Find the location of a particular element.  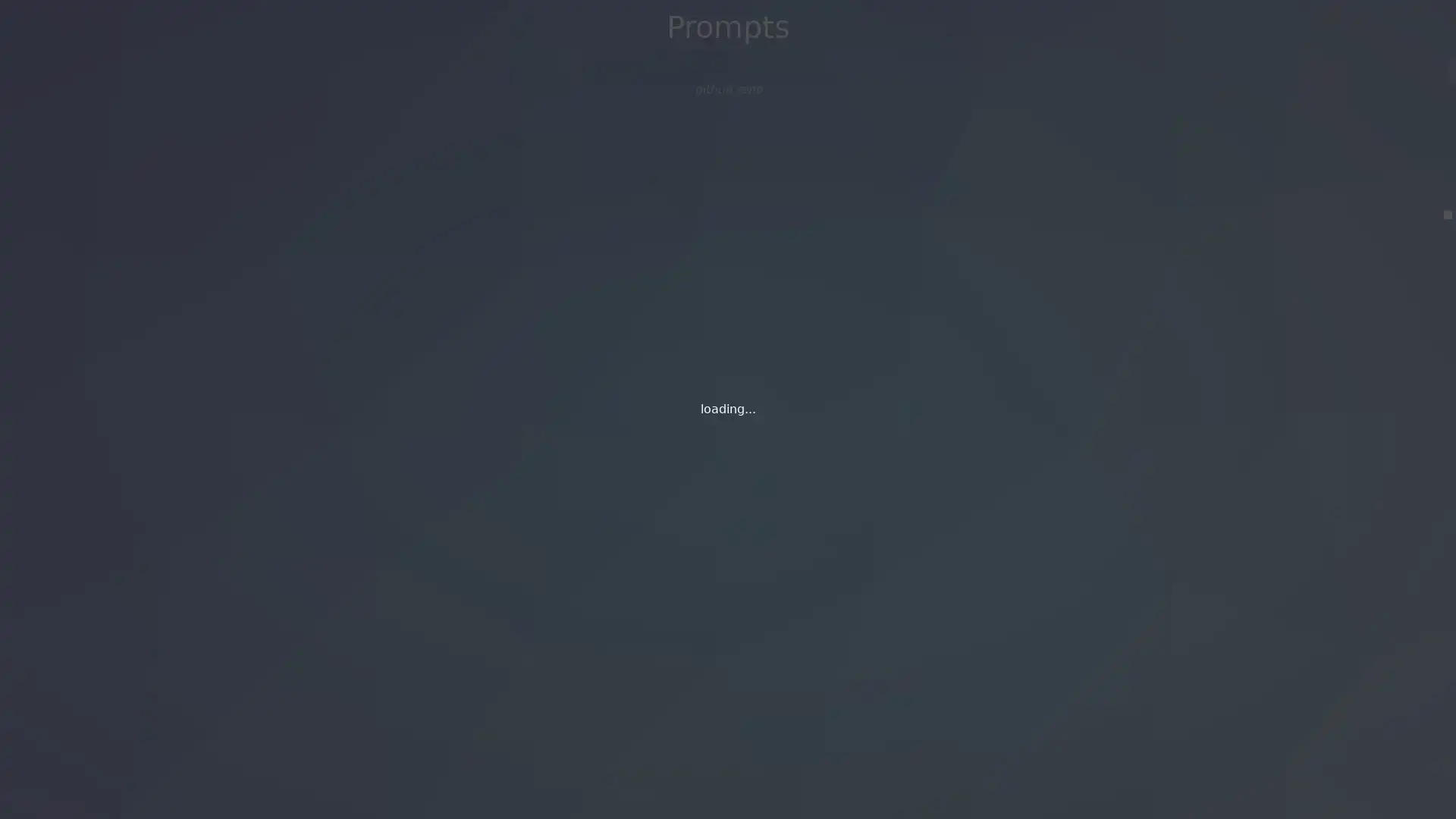

Steven Universe is located at coordinates (726, 149).